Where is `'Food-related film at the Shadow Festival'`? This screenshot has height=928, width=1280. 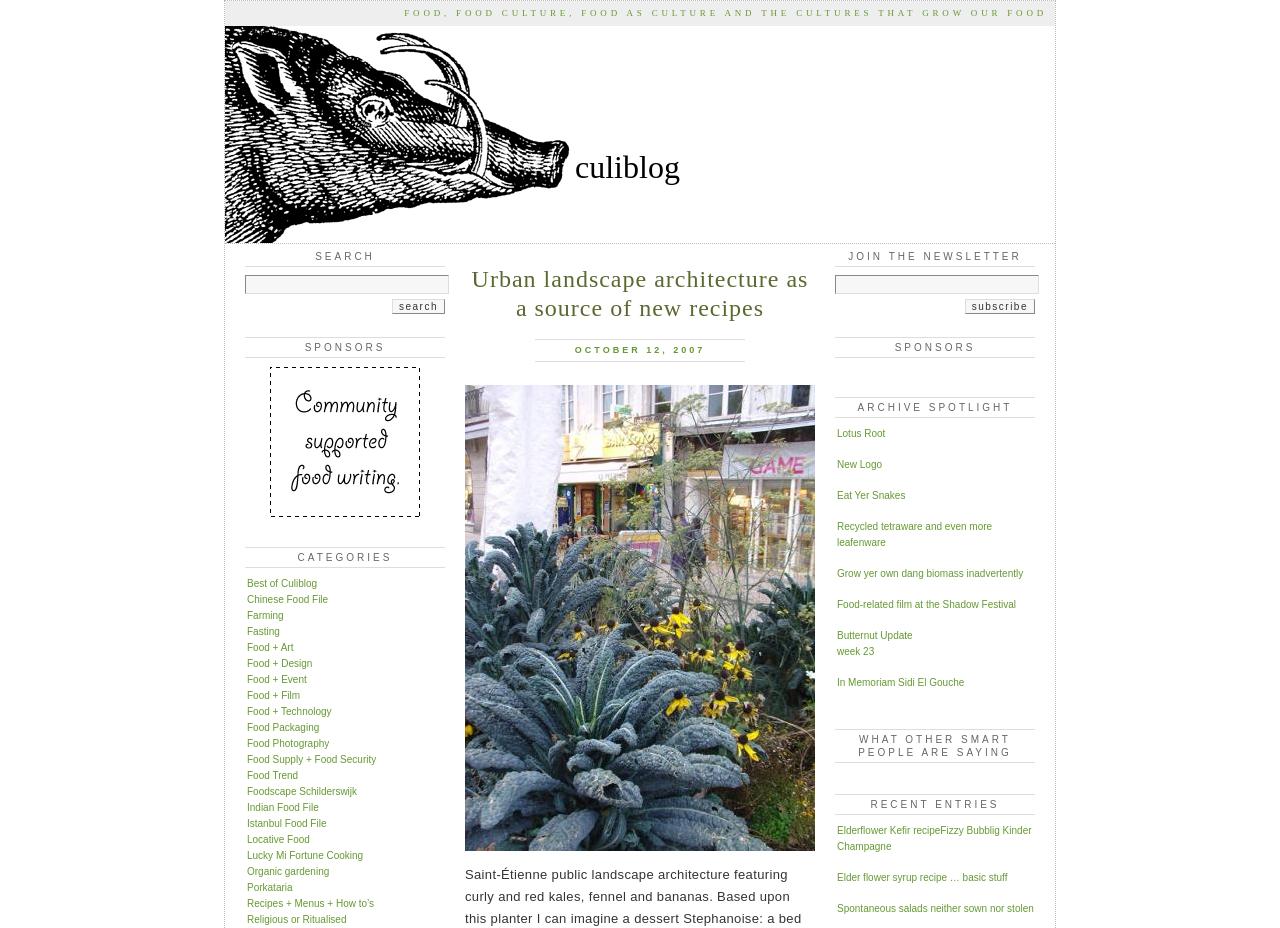
'Food-related film at the Shadow Festival' is located at coordinates (836, 603).